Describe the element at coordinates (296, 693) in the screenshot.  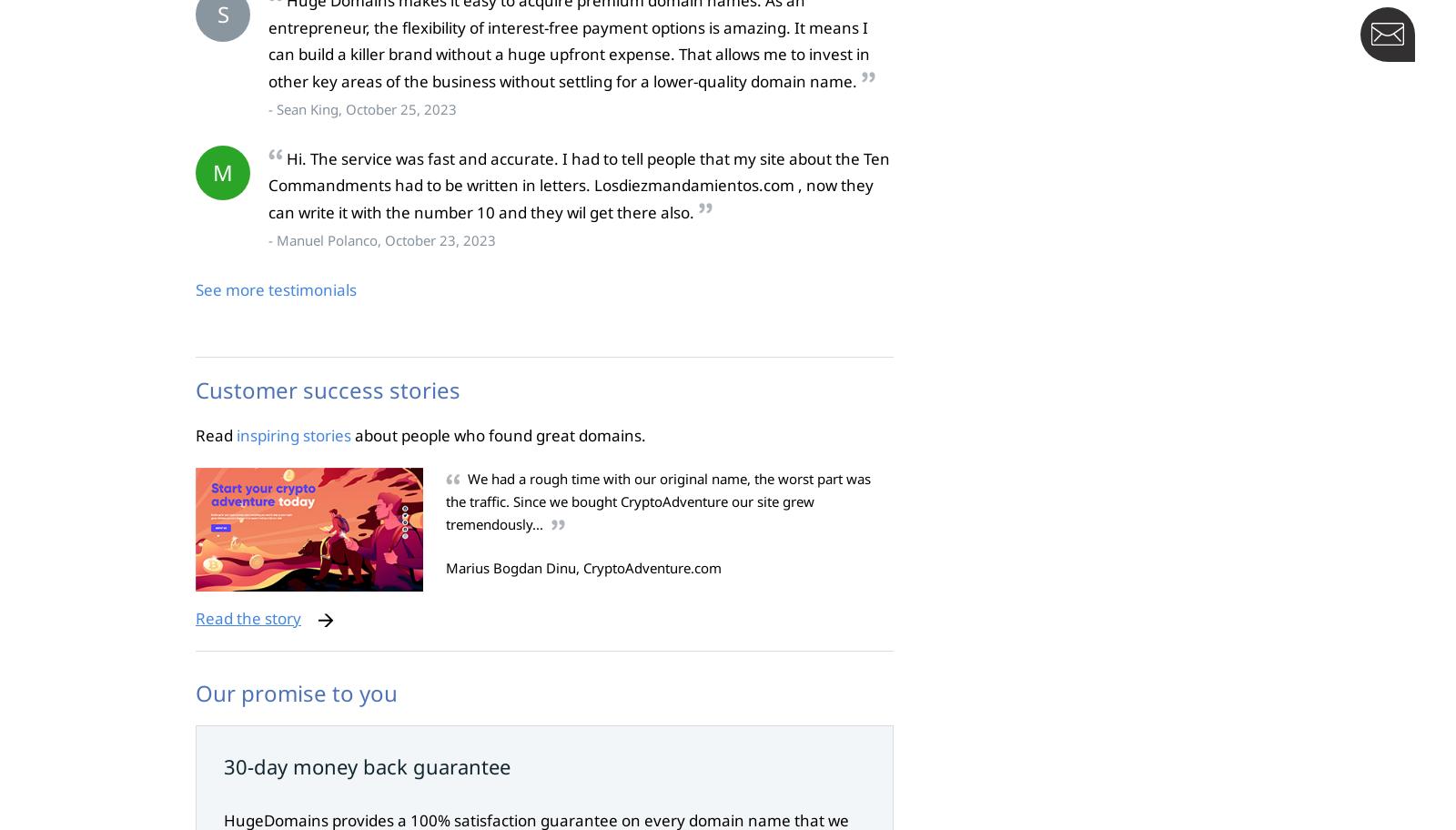
I see `'Our promise to you'` at that location.